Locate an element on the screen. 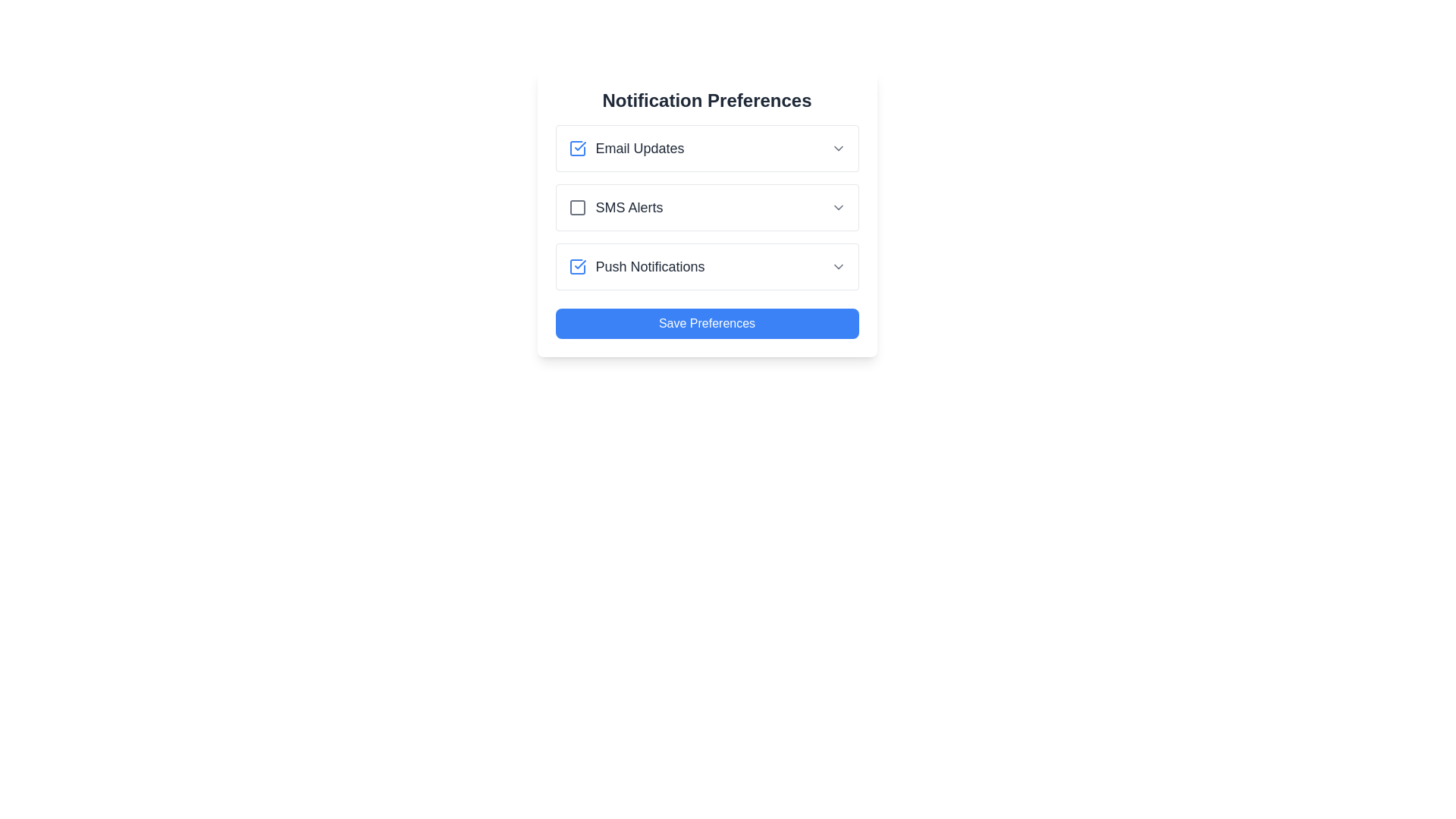  the 'Push Notifications' checkbox is located at coordinates (576, 265).